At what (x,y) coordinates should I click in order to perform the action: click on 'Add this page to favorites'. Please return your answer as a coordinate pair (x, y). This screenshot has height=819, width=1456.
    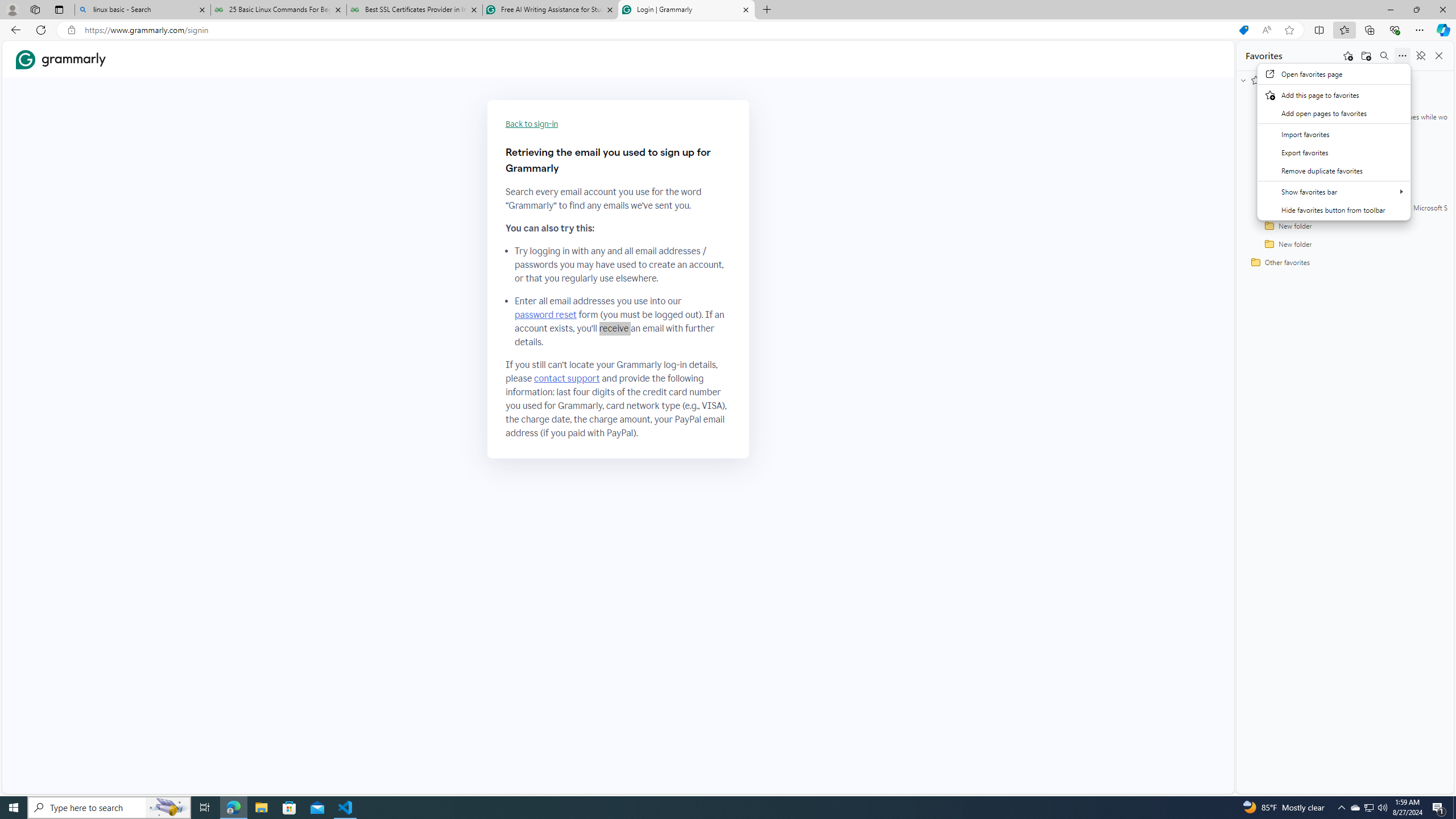
    Looking at the image, I should click on (1347, 55).